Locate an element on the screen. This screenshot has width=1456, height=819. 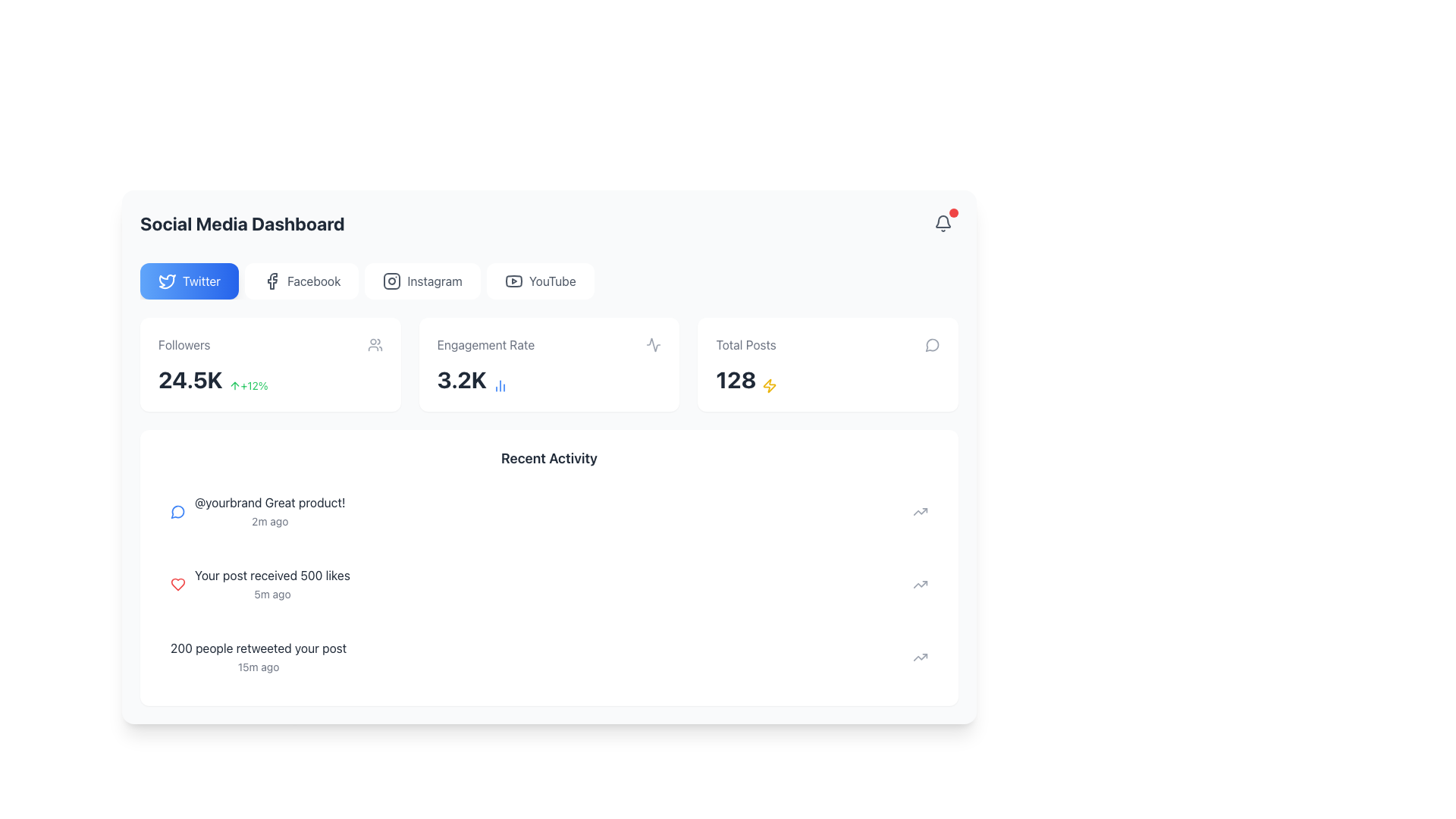
the 'like' or 'favorite' icon located above the 'Recent Activity' section, to the right of the main dashboard area and adjacent to the notification icon is located at coordinates (178, 584).